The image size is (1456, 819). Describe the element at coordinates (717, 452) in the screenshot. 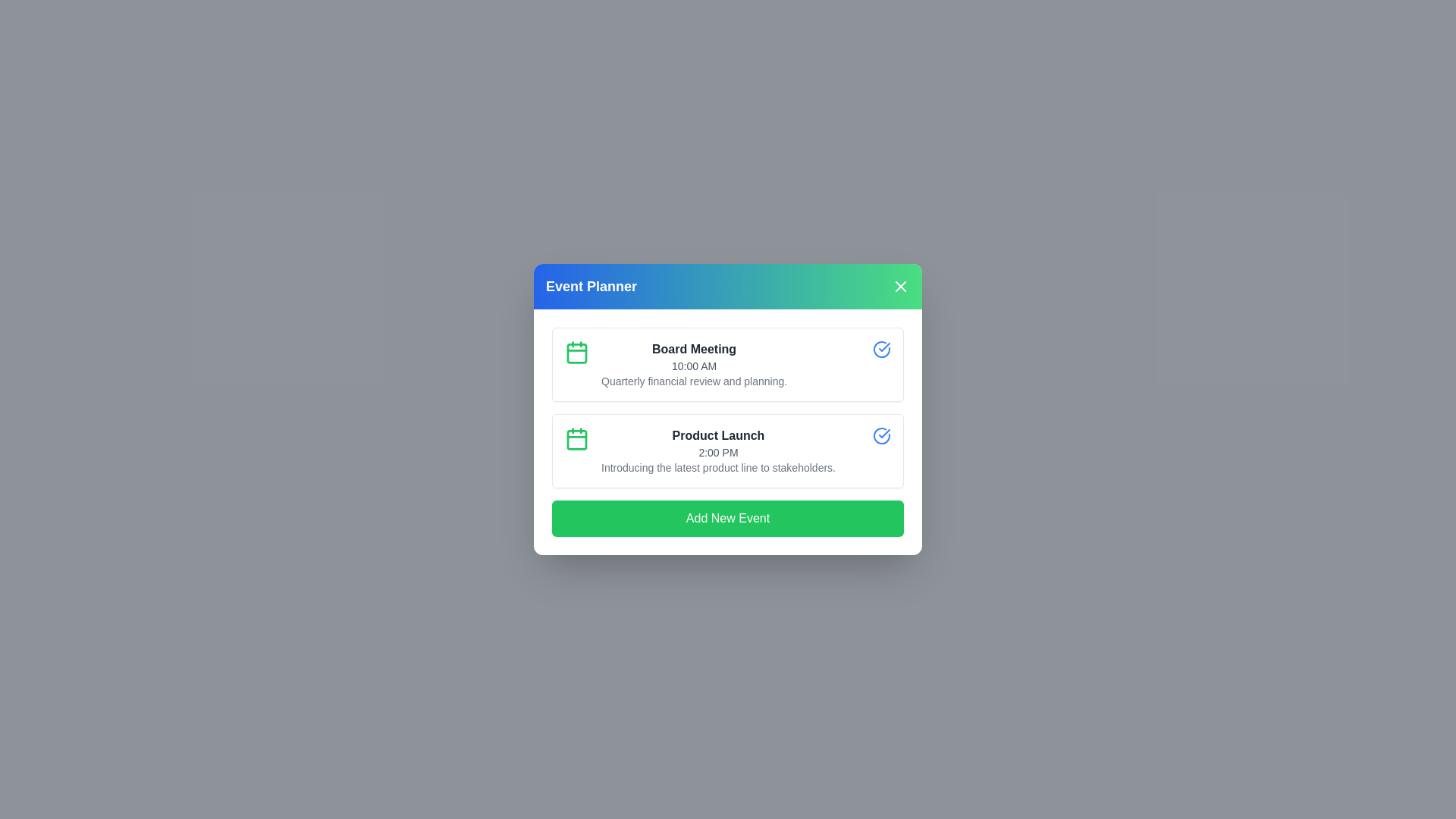

I see `the timestamp display for the 'Product Launch' event, which shows '2:00 PM' in gray text, located directly beneath the event title` at that location.